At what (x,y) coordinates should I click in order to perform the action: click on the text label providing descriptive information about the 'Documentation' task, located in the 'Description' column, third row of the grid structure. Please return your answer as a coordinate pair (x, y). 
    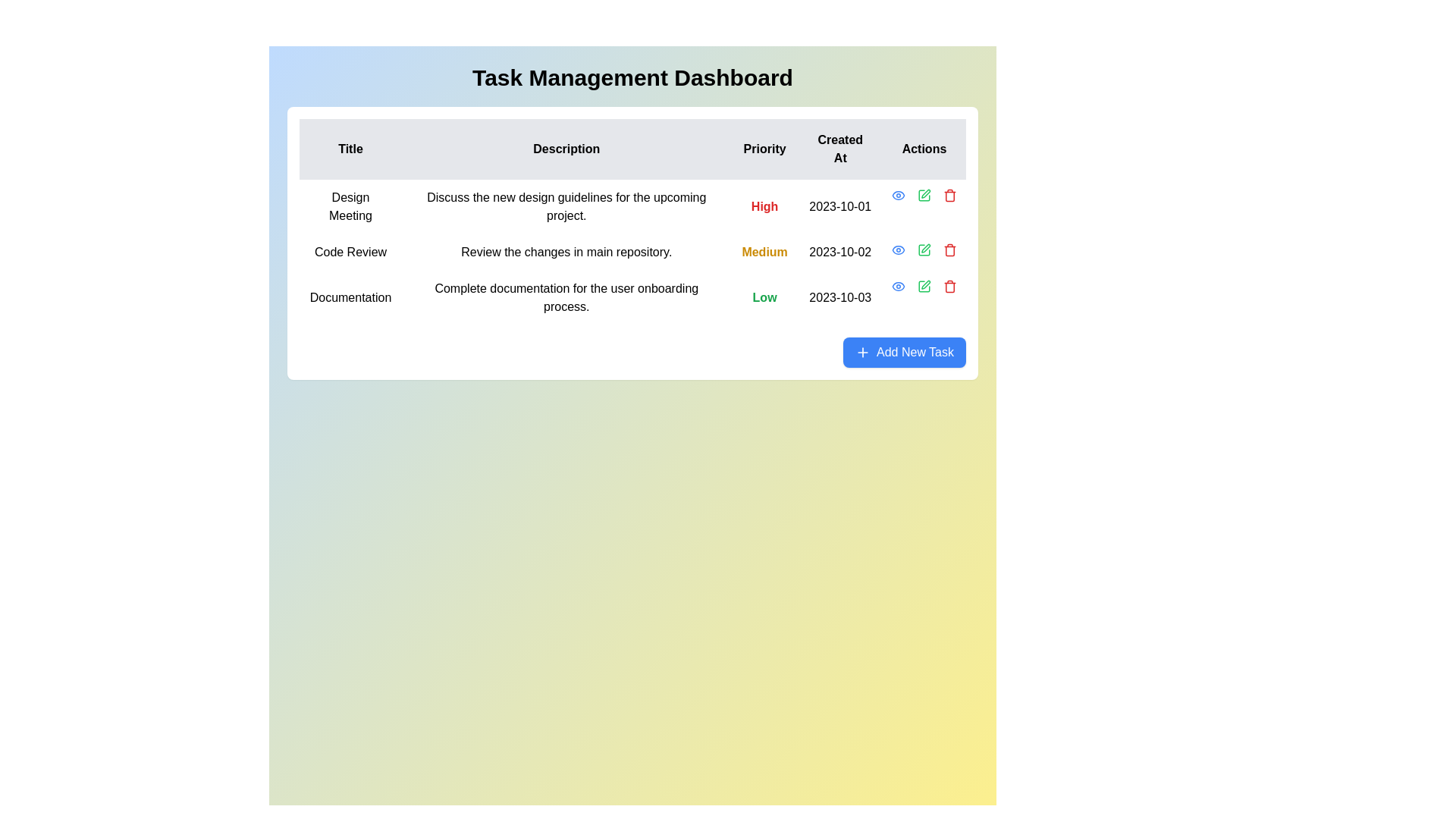
    Looking at the image, I should click on (566, 298).